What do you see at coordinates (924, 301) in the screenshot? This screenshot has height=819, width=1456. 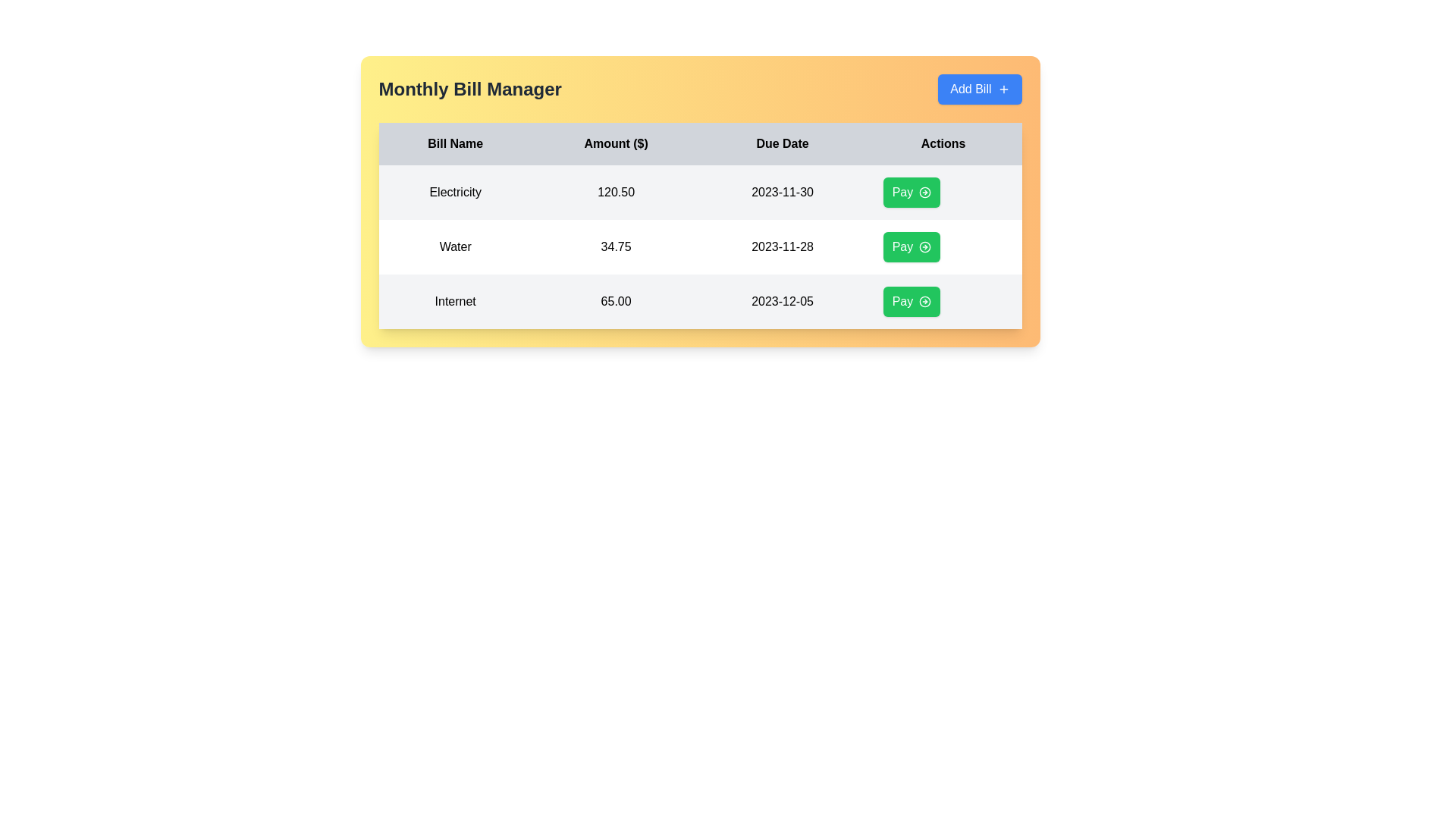 I see `the navigation icon next to the 'Pay' button in the Actions column of the last row of the table` at bounding box center [924, 301].